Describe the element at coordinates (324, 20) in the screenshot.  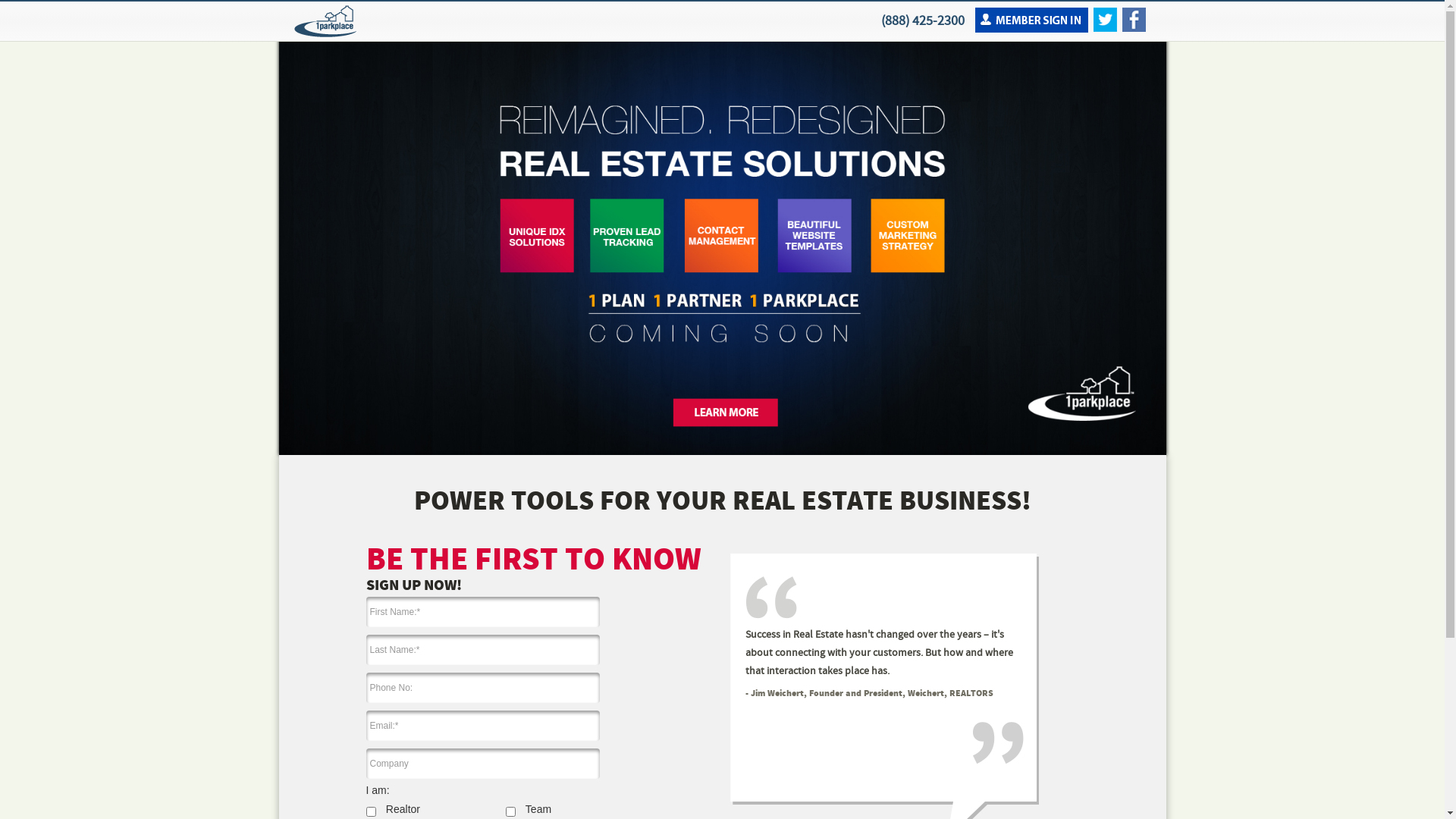
I see `'1ParkPlace'` at that location.